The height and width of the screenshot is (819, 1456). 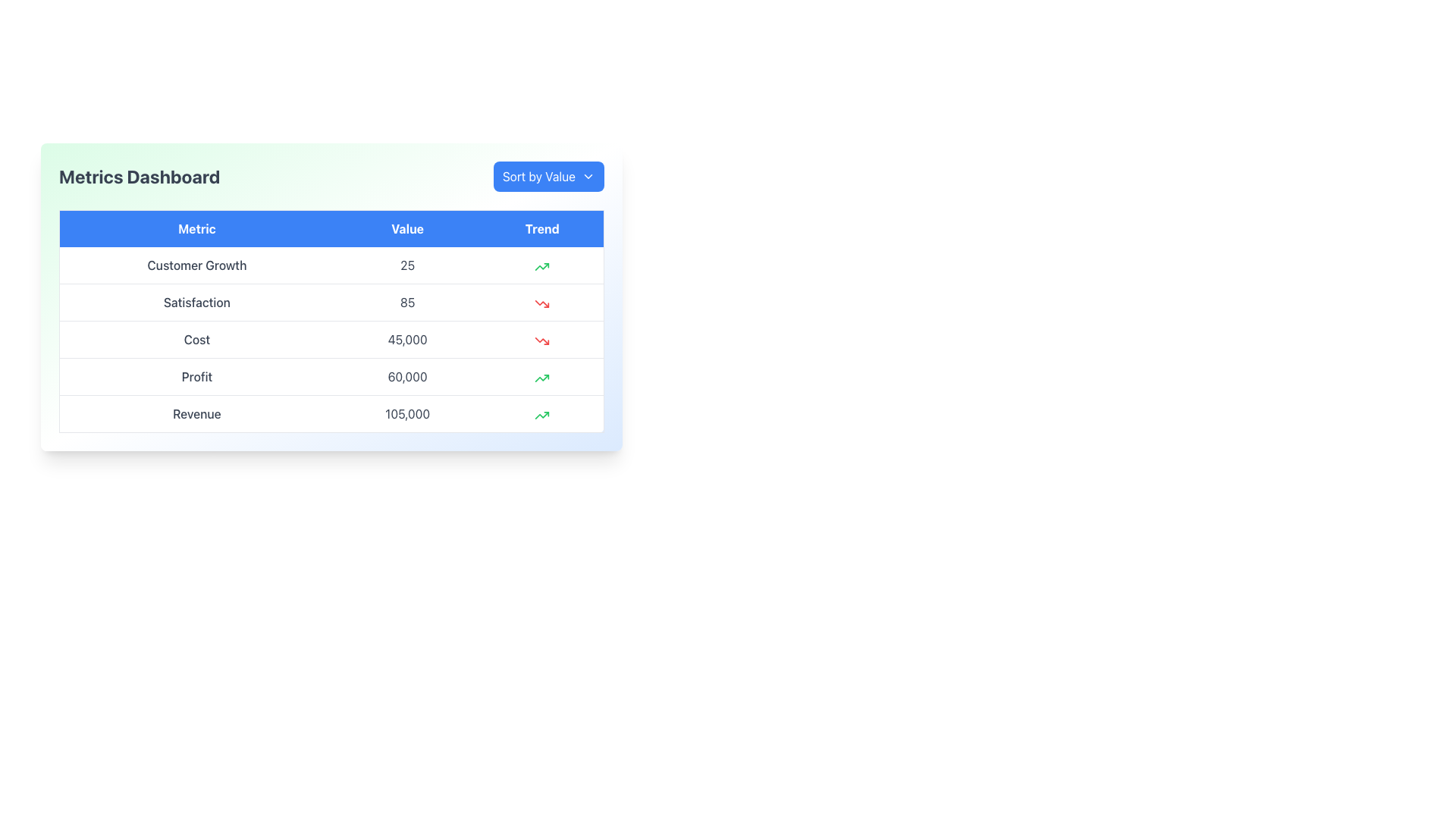 I want to click on the 'Sort by Value' button with a blue background and white text, located at the top-right corner of the interface, so click(x=548, y=175).